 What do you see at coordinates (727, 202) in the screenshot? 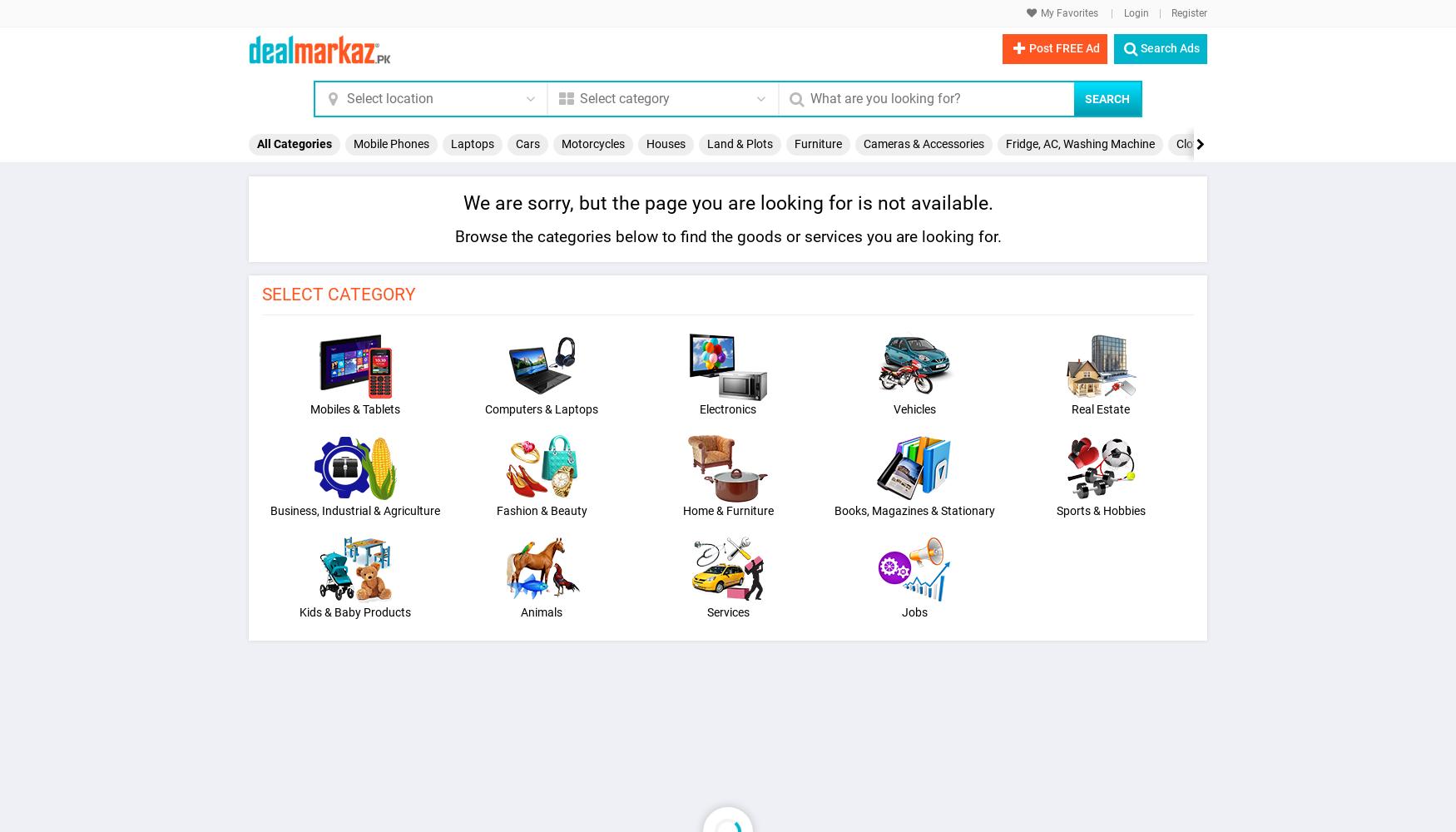
I see `'We are sorry, but the page you are looking for is not available.'` at bounding box center [727, 202].